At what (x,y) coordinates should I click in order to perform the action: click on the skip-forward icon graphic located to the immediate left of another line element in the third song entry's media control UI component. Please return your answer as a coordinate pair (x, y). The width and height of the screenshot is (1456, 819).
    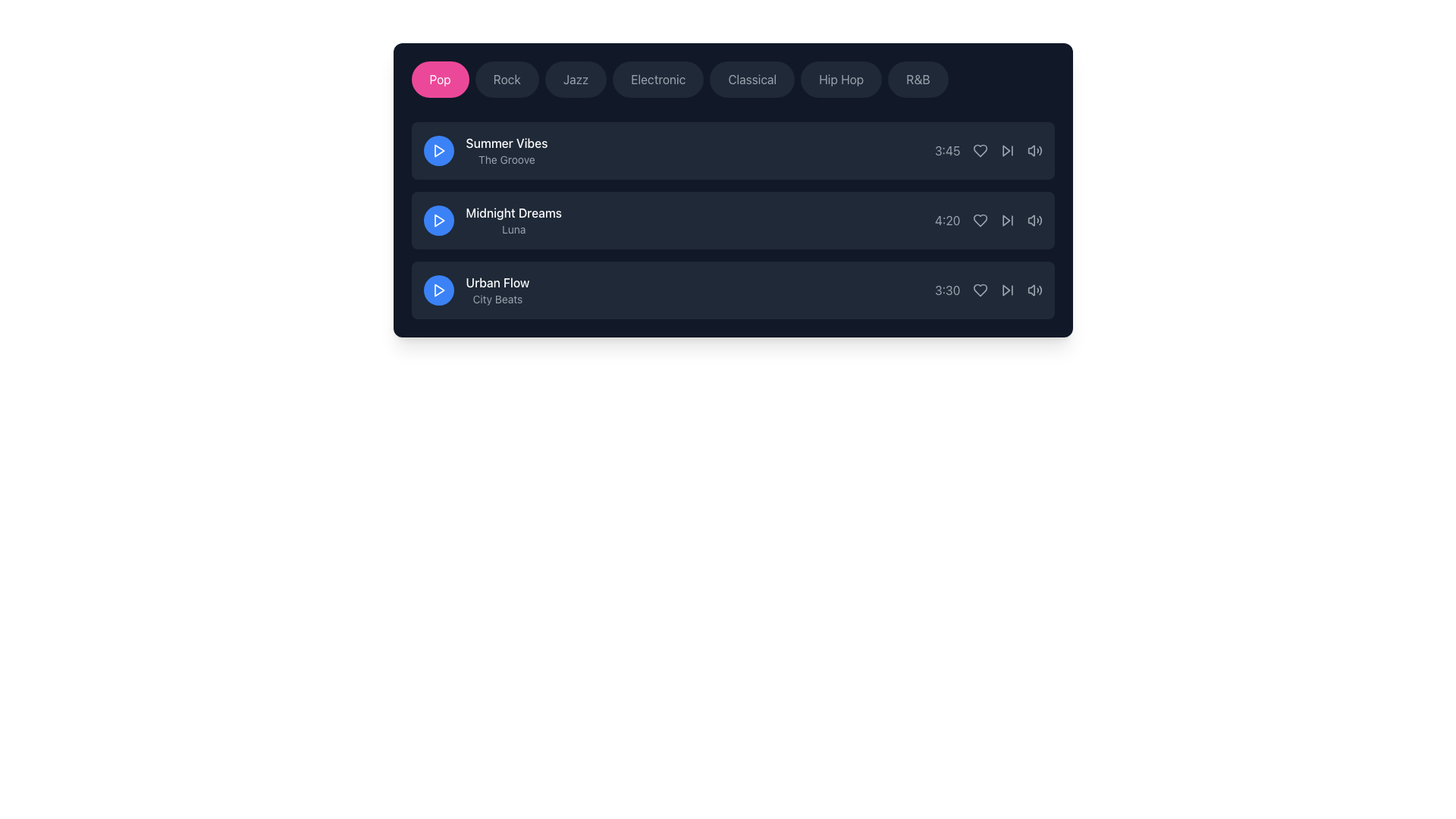
    Looking at the image, I should click on (1006, 290).